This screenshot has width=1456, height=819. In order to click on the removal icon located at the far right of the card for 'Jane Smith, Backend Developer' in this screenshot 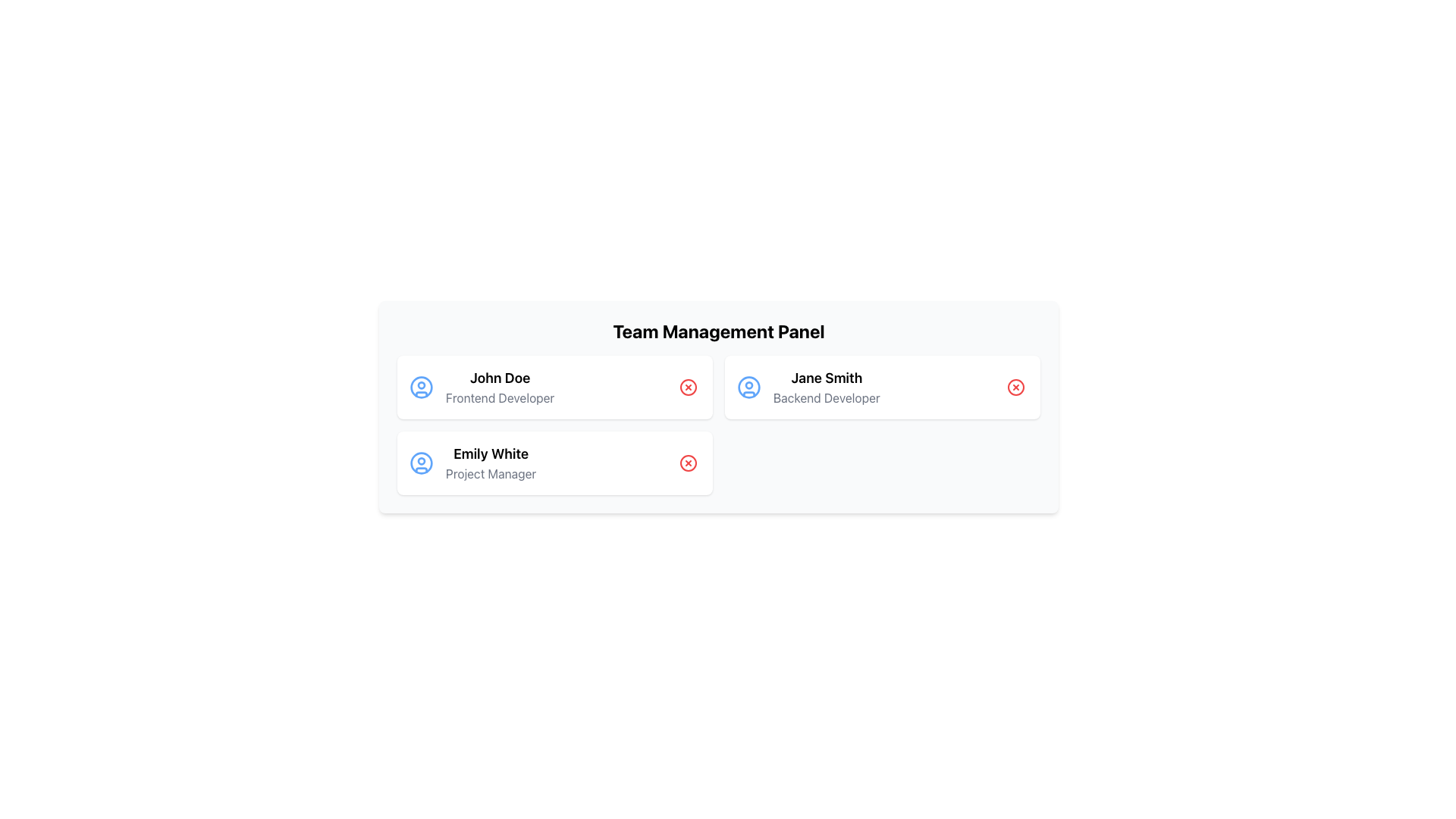, I will do `click(1015, 386)`.